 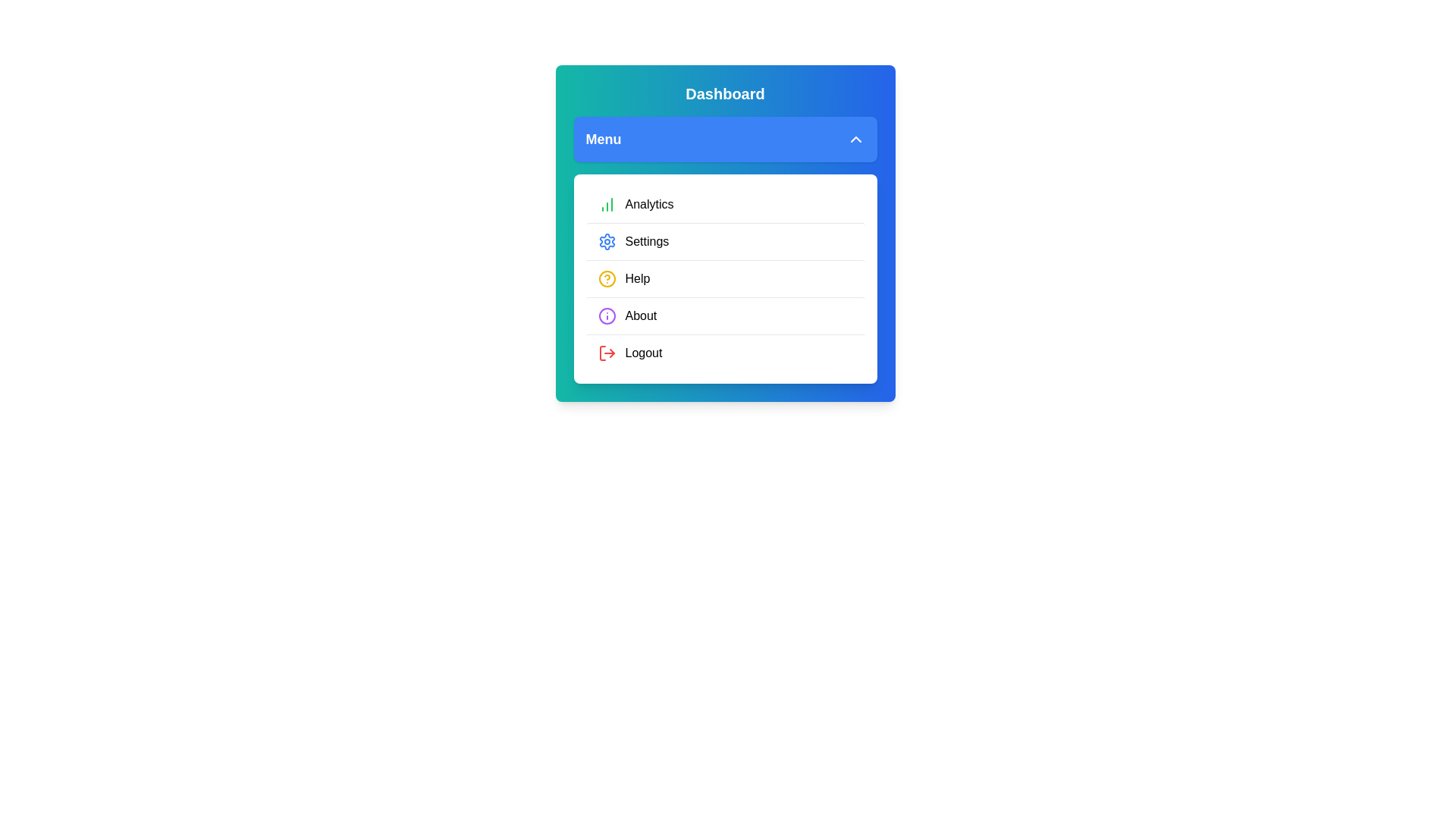 What do you see at coordinates (607, 315) in the screenshot?
I see `the circular informational icon with a purple outline located next to the 'About' text in the menu` at bounding box center [607, 315].